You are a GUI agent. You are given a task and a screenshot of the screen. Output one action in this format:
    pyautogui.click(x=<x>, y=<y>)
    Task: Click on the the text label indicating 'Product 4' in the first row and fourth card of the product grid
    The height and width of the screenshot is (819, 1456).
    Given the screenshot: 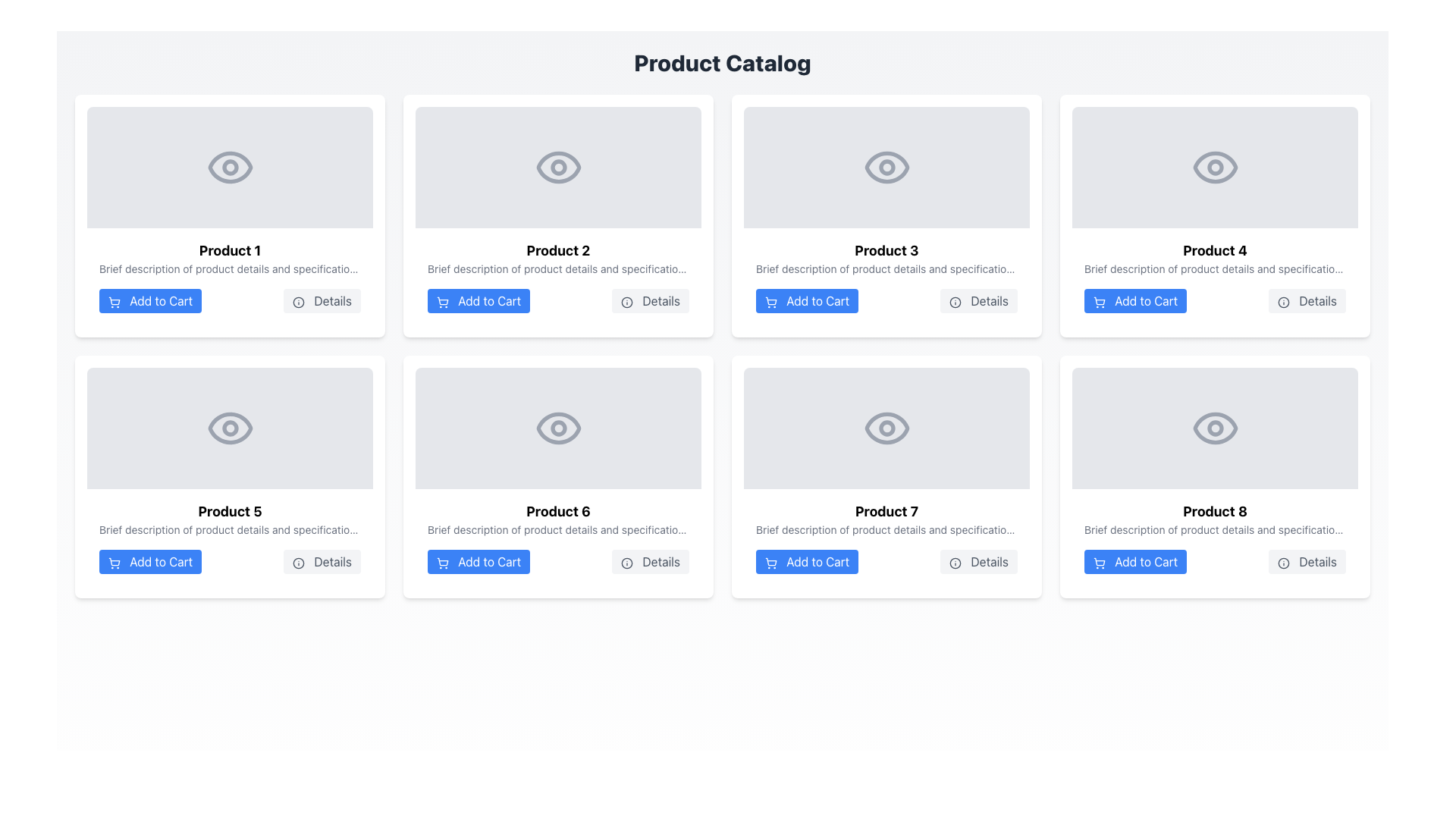 What is the action you would take?
    pyautogui.click(x=1215, y=250)
    